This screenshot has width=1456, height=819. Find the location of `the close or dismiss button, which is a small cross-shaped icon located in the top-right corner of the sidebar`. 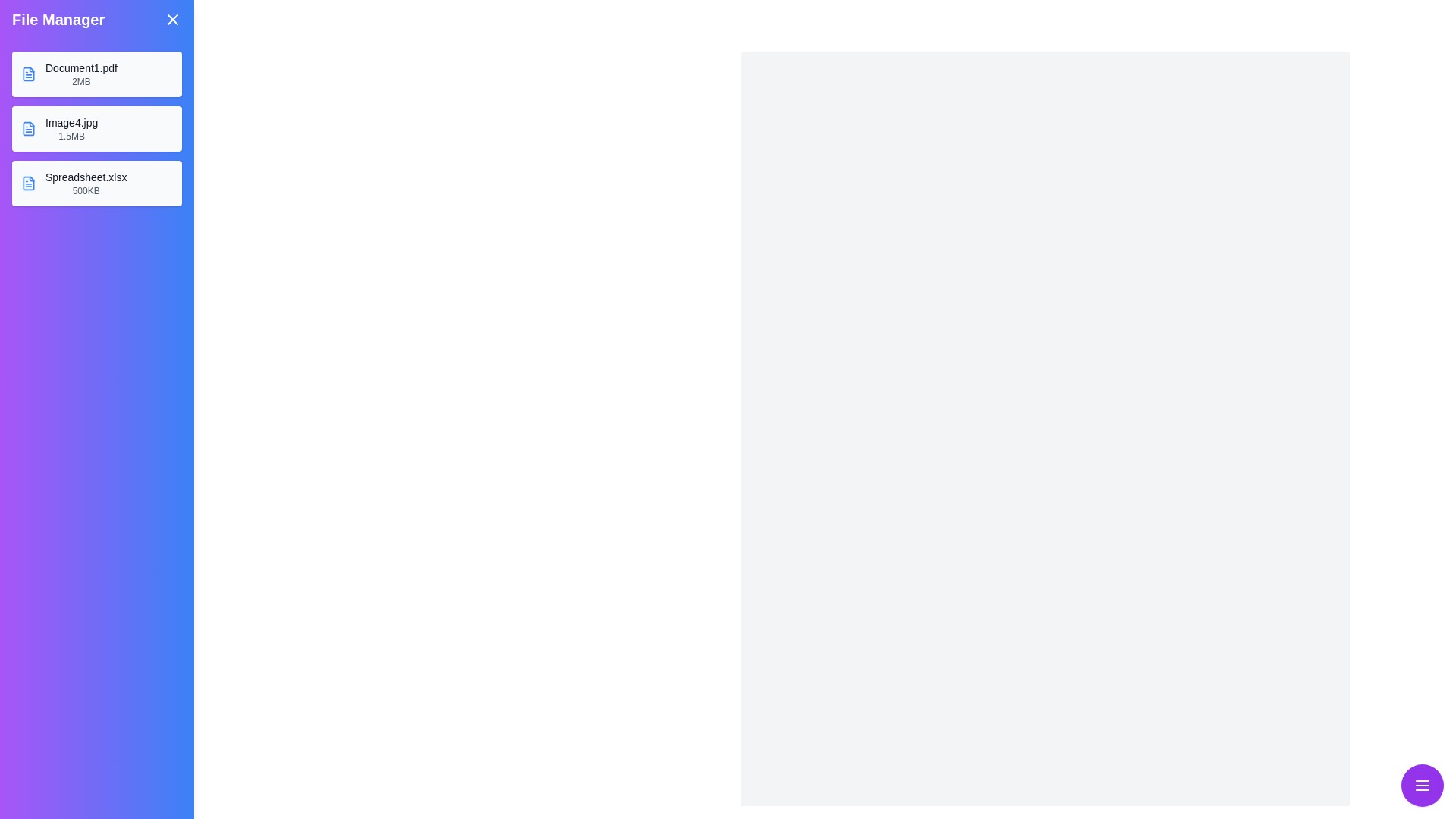

the close or dismiss button, which is a small cross-shaped icon located in the top-right corner of the sidebar is located at coordinates (172, 20).